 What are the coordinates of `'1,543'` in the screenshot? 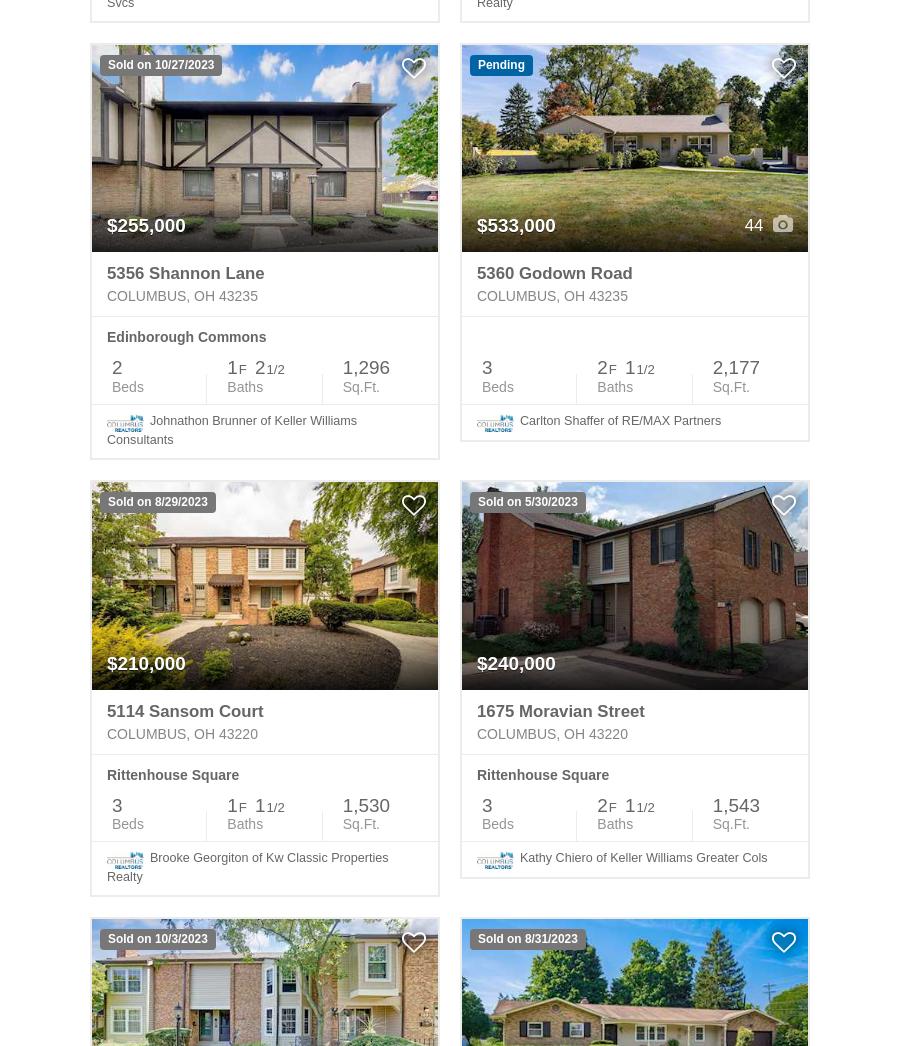 It's located at (710, 804).